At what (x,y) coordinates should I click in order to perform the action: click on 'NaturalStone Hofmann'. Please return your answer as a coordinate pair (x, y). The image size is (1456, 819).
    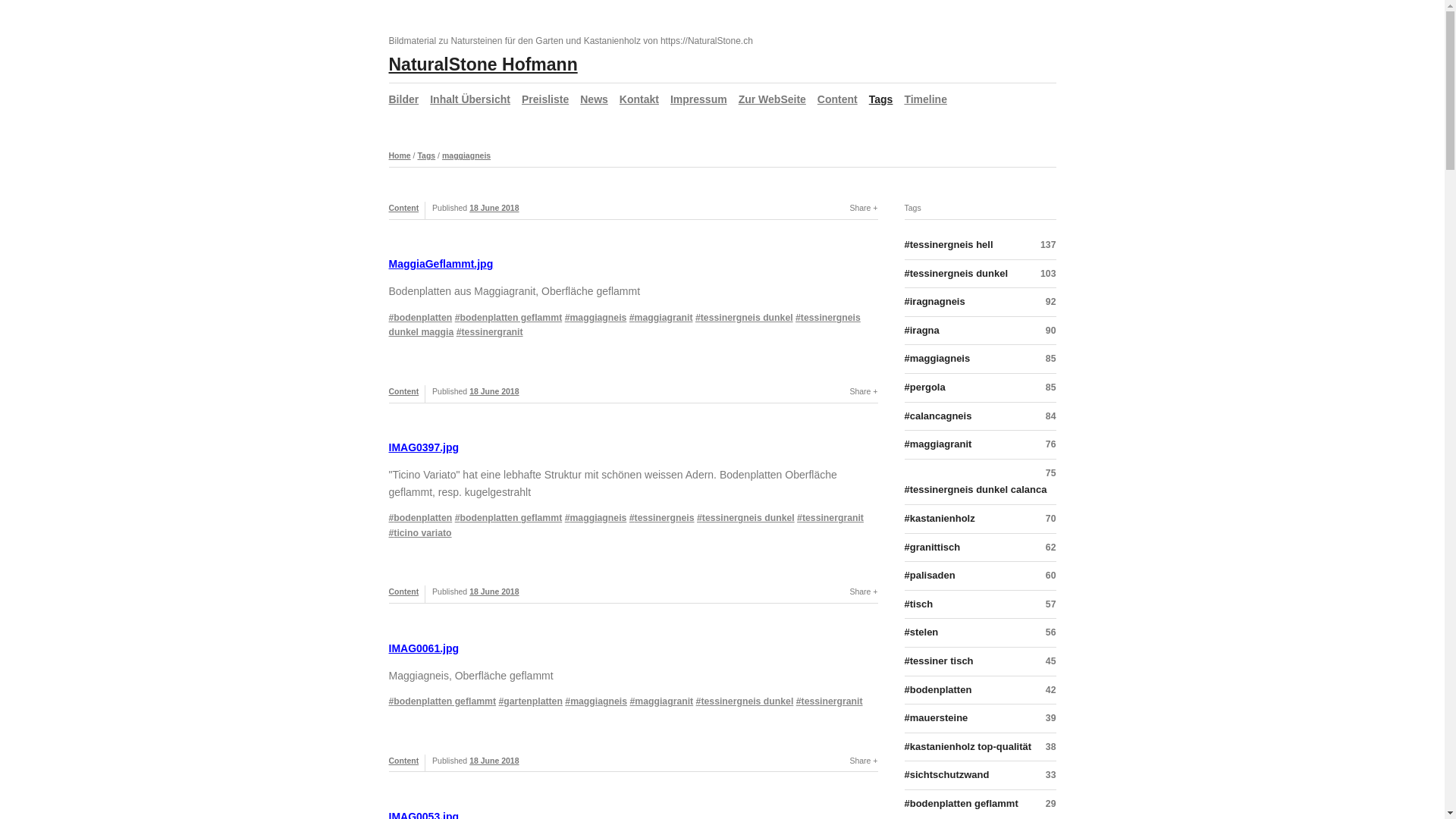
    Looking at the image, I should click on (482, 63).